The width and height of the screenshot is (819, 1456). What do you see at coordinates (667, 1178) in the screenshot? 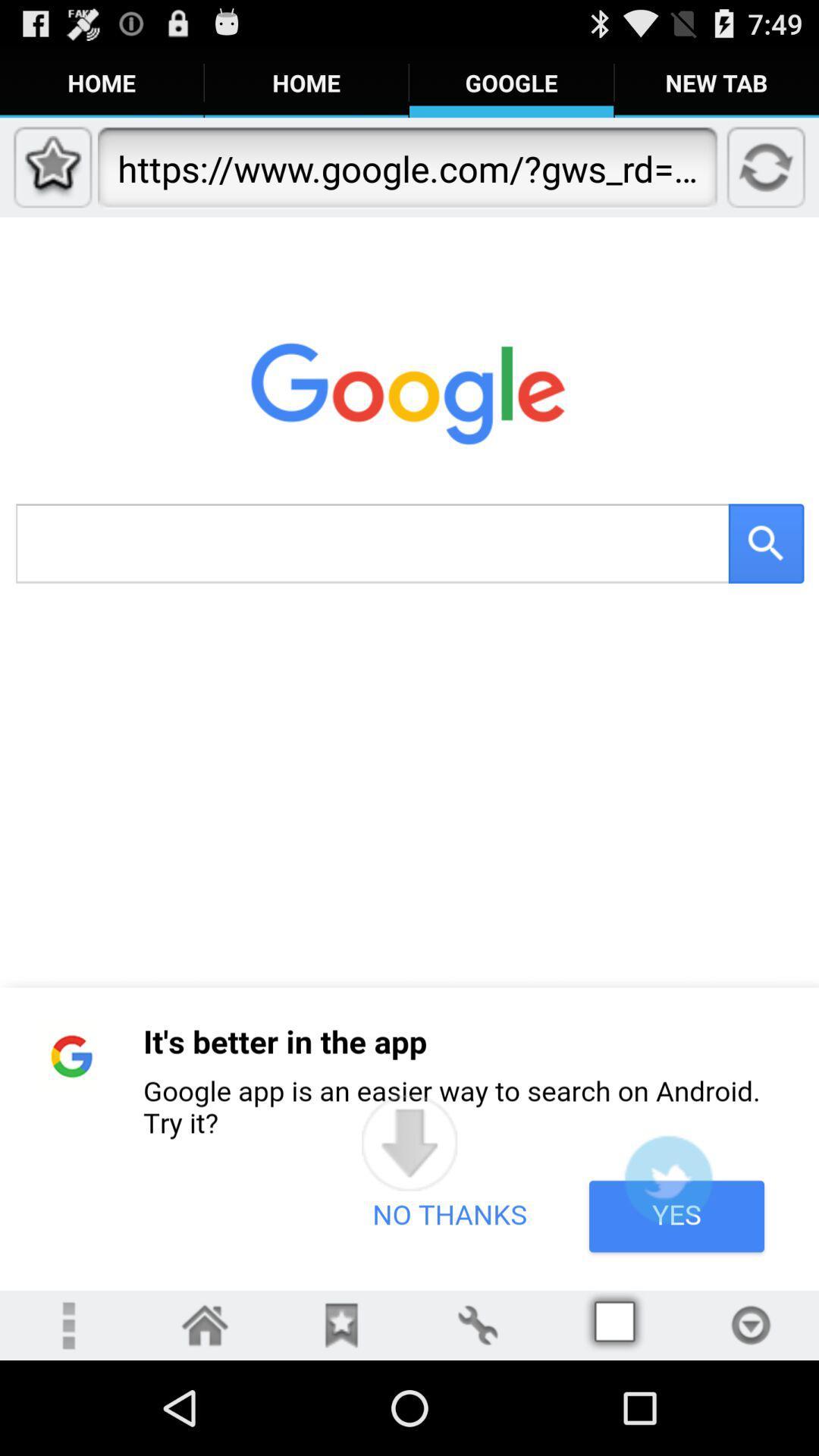
I see `twitter page` at bounding box center [667, 1178].